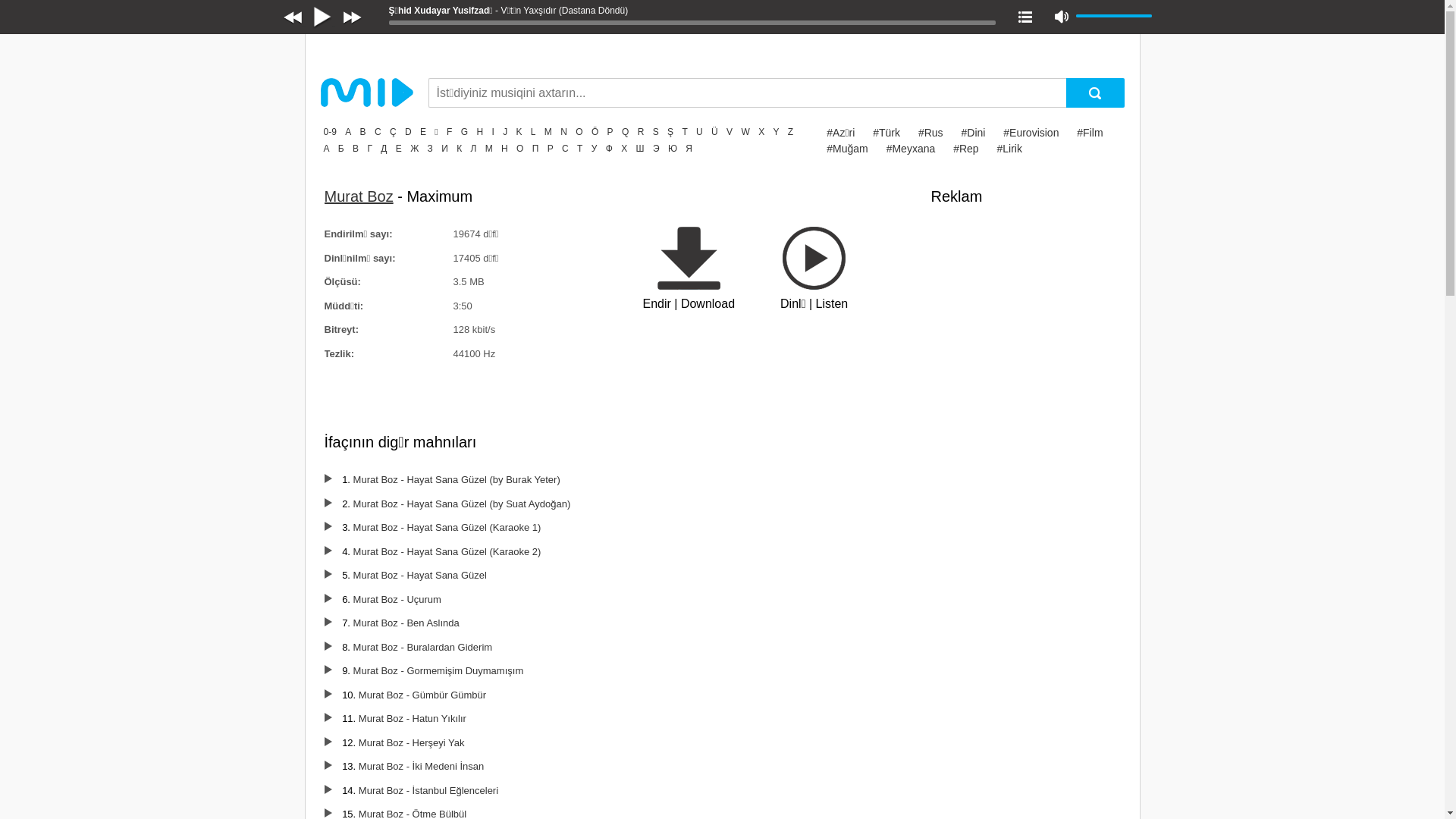 This screenshot has height=819, width=1456. What do you see at coordinates (548, 130) in the screenshot?
I see `'M'` at bounding box center [548, 130].